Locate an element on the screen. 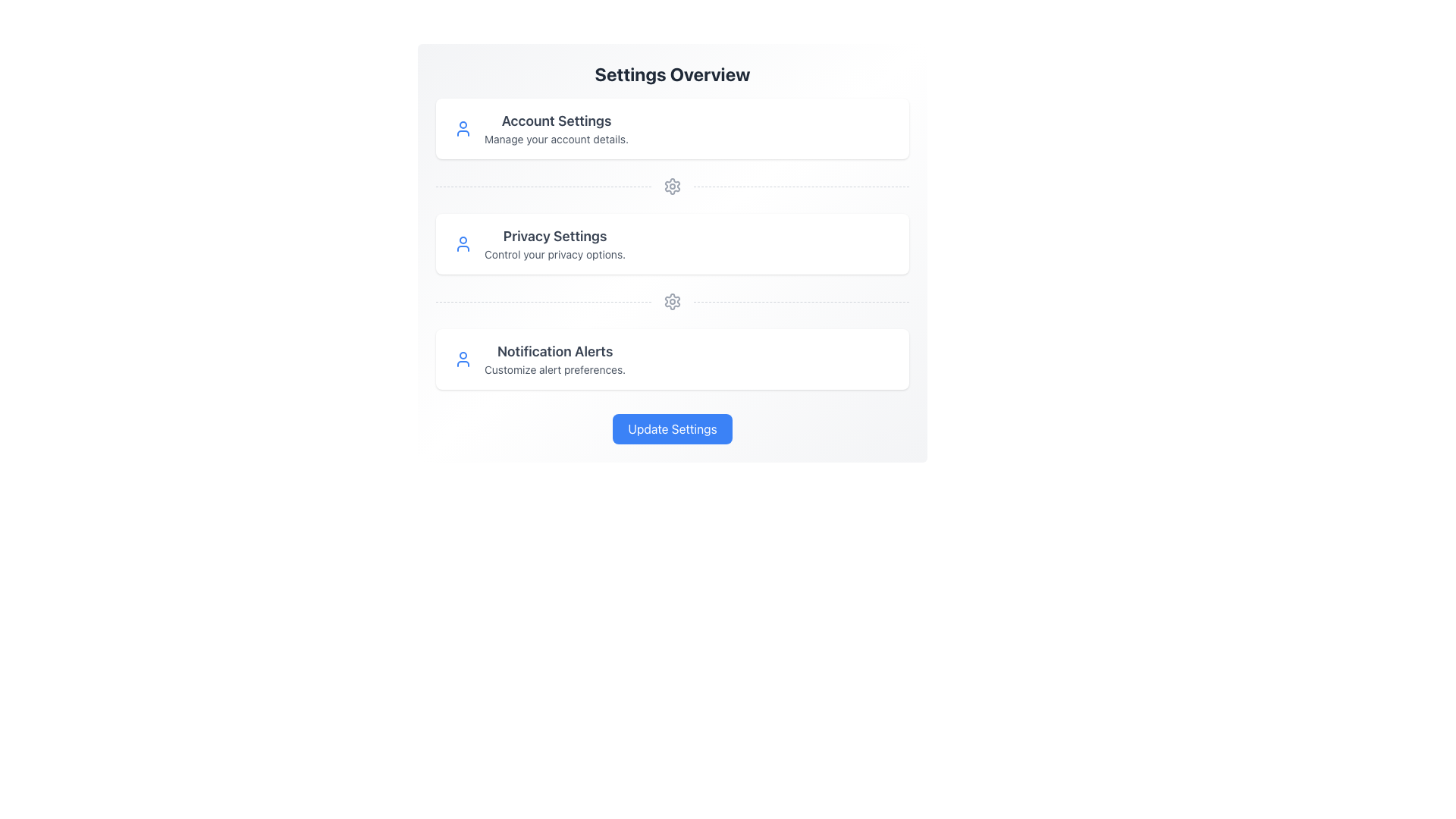 The height and width of the screenshot is (819, 1456). the user silhouette icon styled in blue, located to the left of 'Account Settings' and above 'Manage your account details.' is located at coordinates (462, 127).